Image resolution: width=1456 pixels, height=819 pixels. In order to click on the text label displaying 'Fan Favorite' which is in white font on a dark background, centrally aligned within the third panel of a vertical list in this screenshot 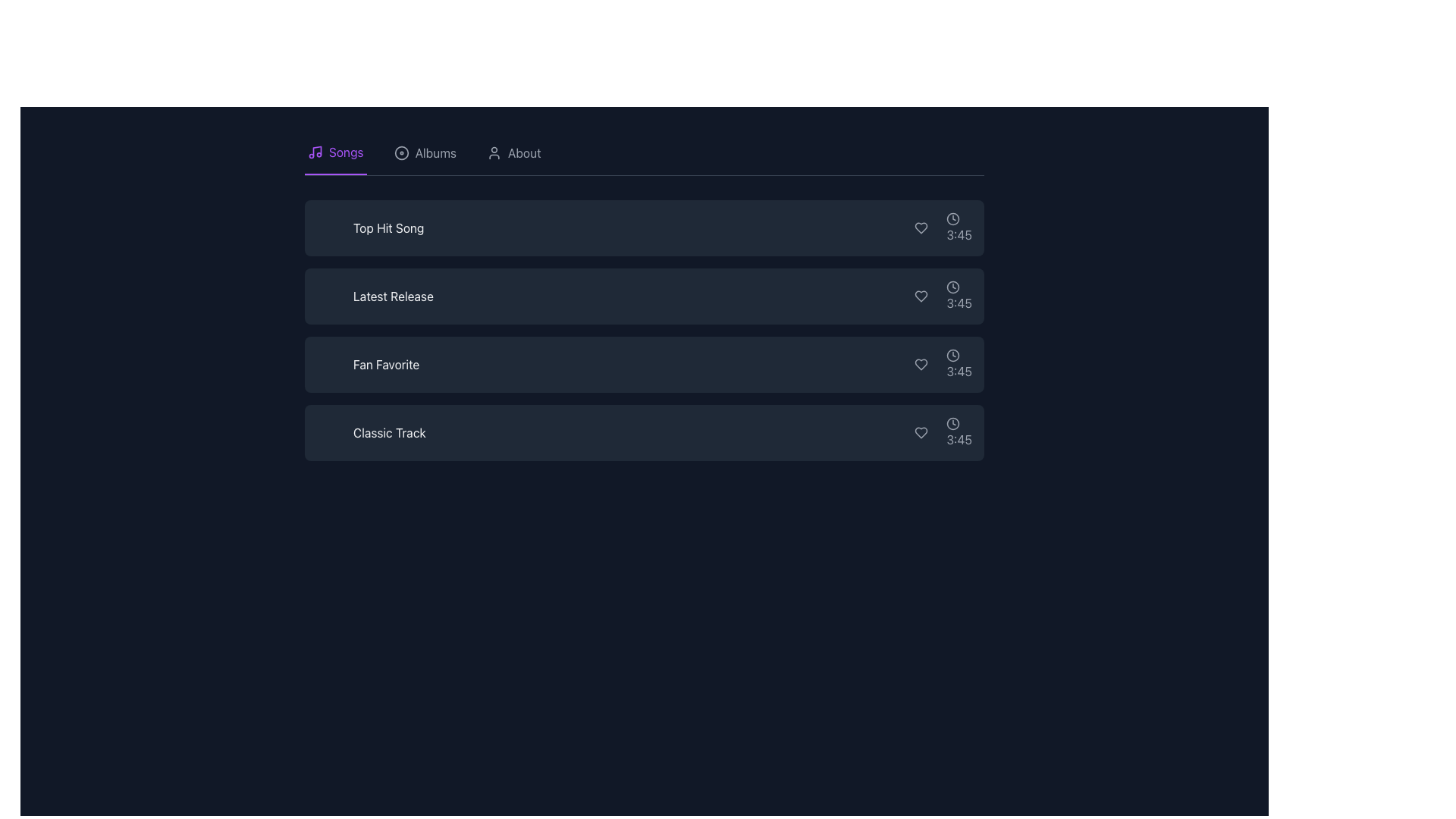, I will do `click(368, 365)`.